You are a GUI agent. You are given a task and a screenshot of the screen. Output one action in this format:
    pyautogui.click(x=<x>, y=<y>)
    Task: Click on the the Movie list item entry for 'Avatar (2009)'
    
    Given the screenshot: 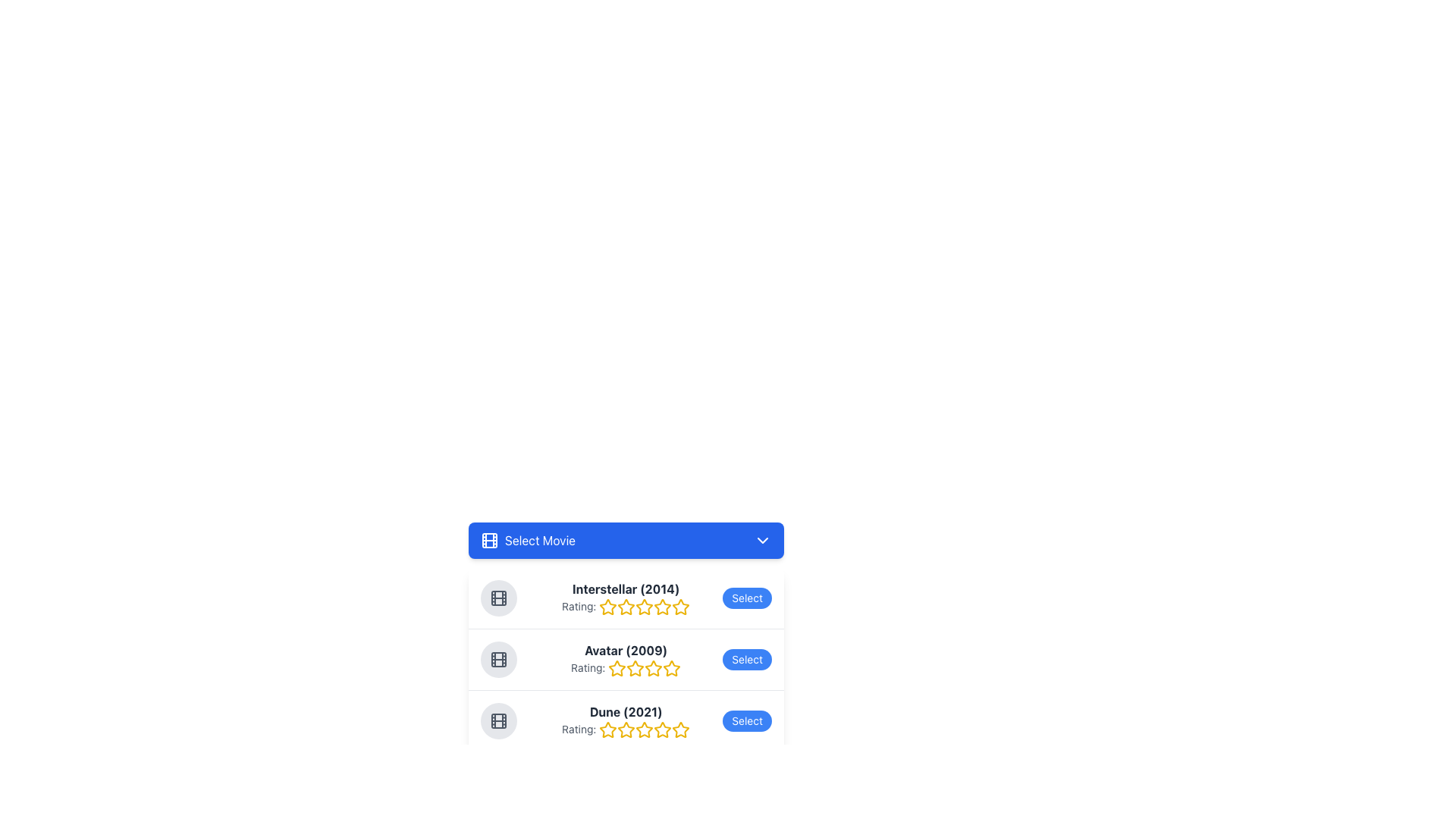 What is the action you would take?
    pyautogui.click(x=626, y=657)
    